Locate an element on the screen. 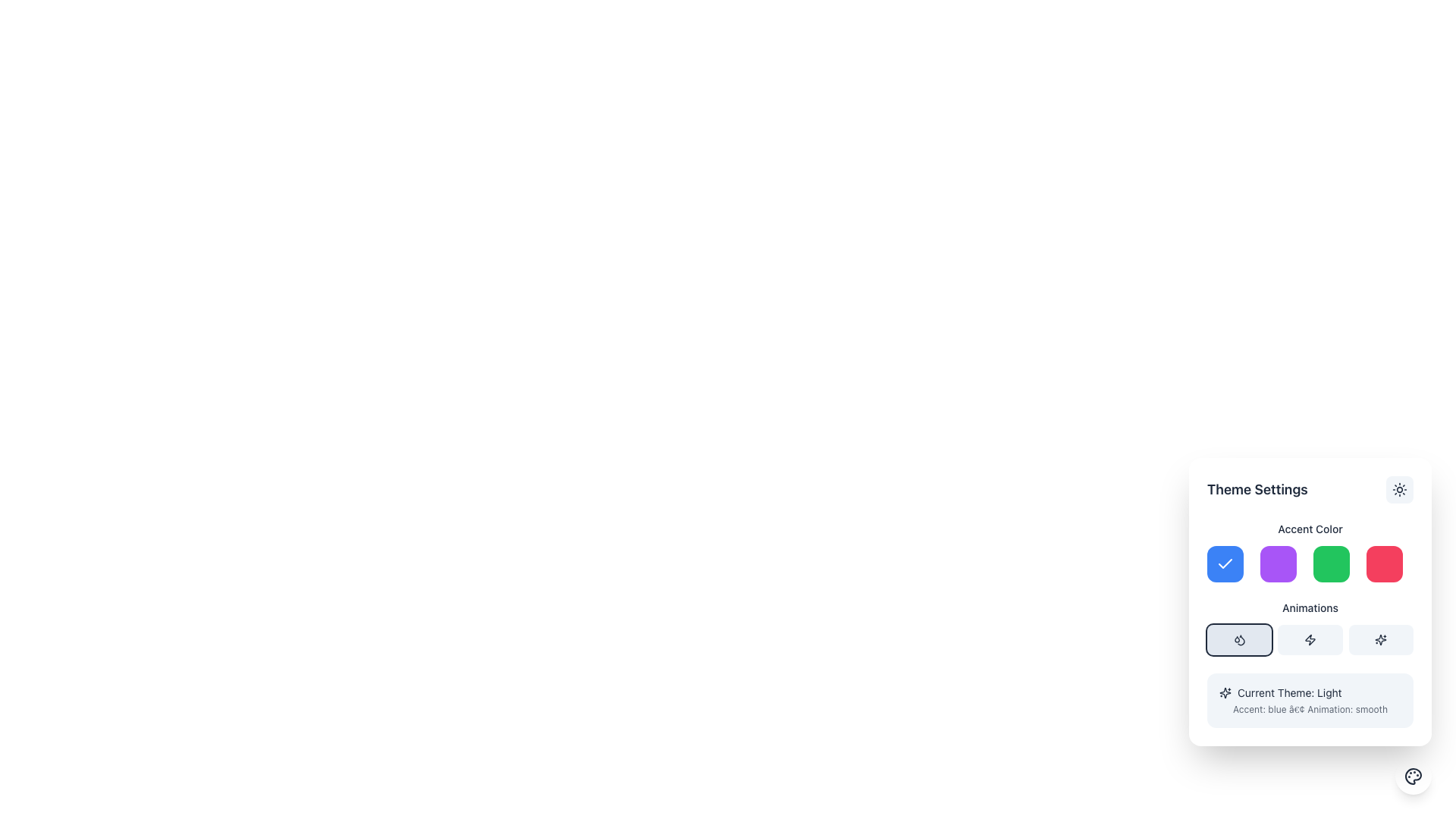  the 'Theme Settings' heading, which is styled with bold text and is located at the top-left section of the settings panel is located at coordinates (1257, 489).